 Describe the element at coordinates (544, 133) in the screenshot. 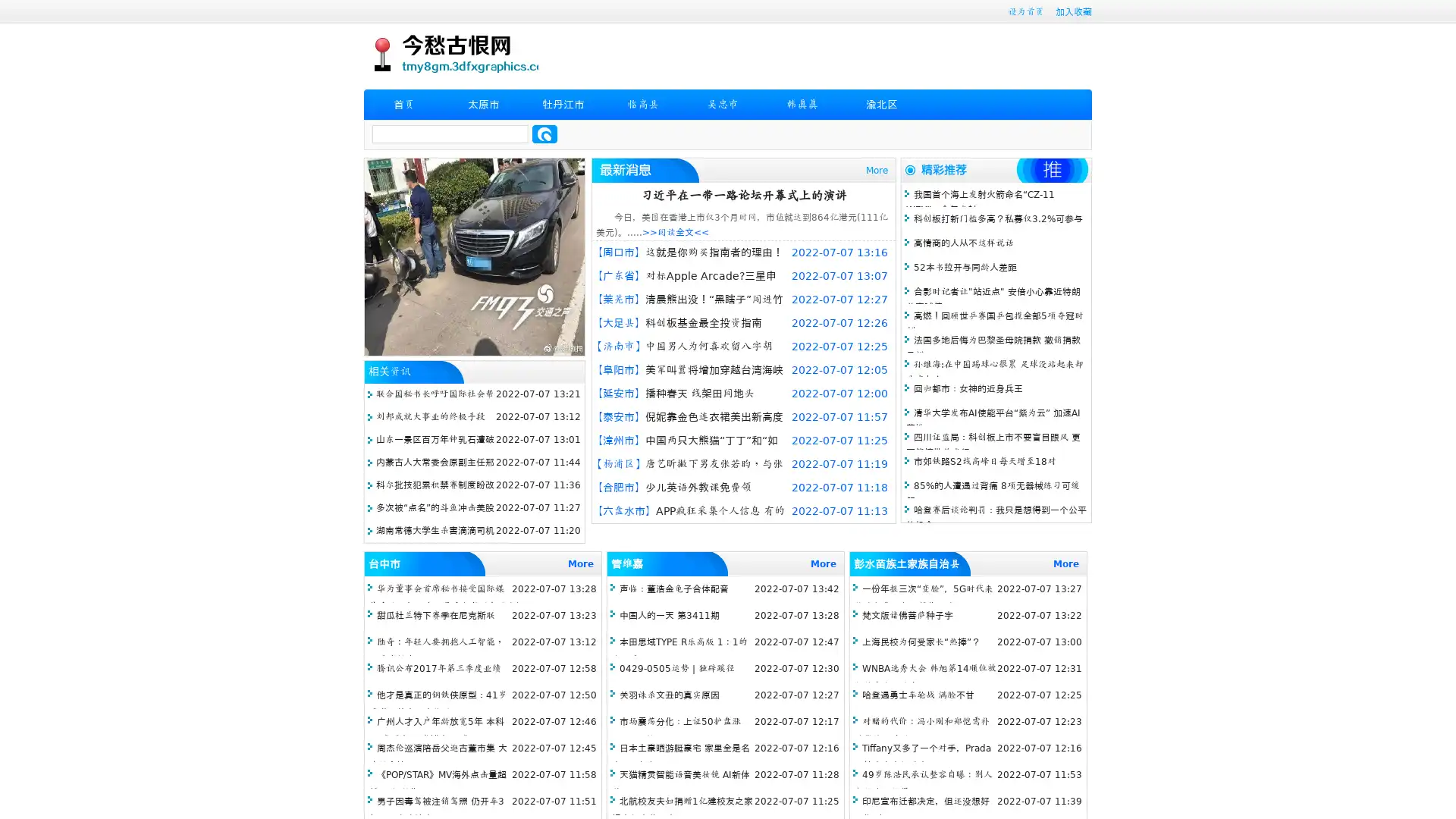

I see `Search` at that location.